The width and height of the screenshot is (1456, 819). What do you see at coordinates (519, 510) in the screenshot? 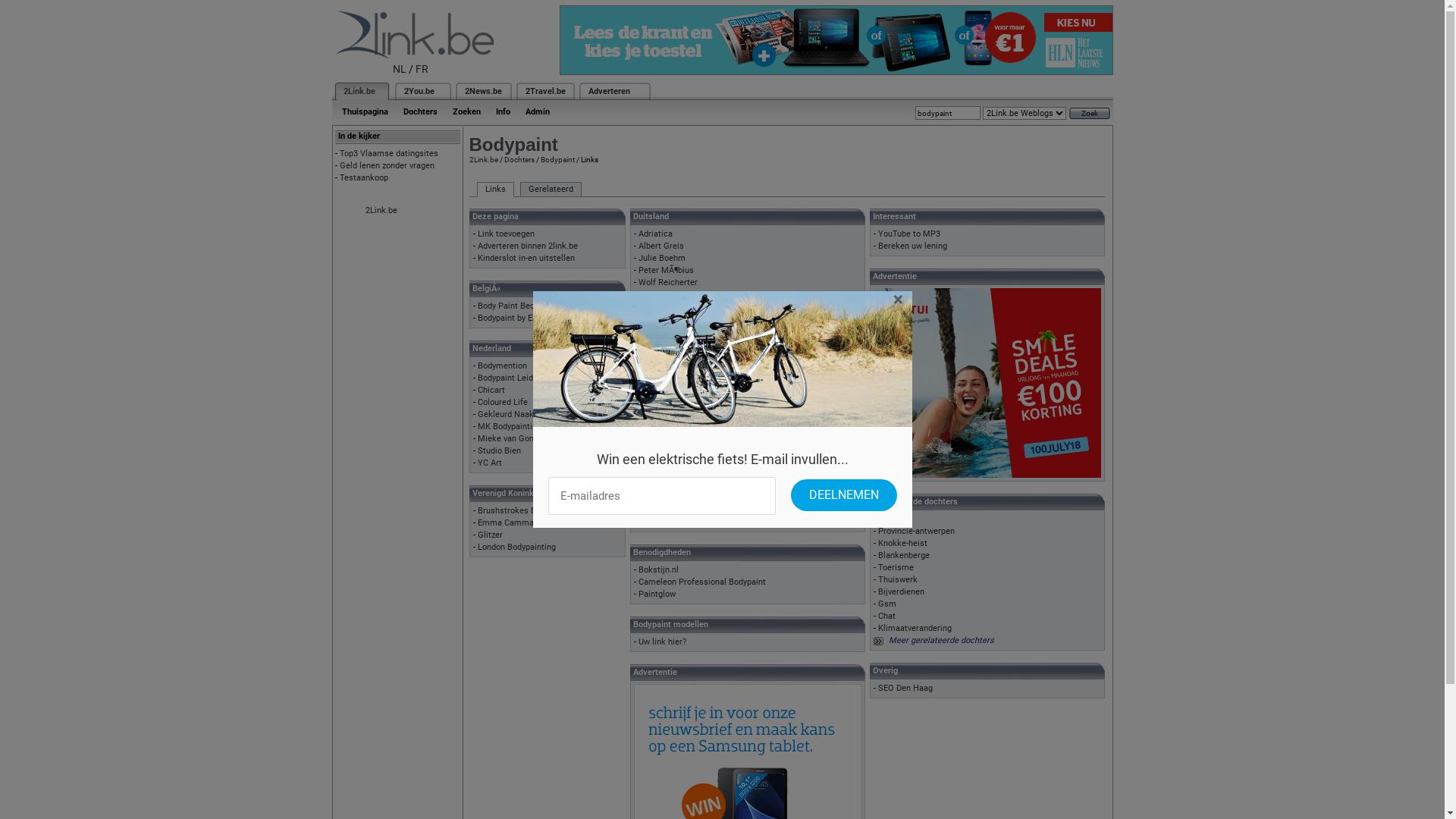
I see `'Brushstrokes Bodyart'` at bounding box center [519, 510].